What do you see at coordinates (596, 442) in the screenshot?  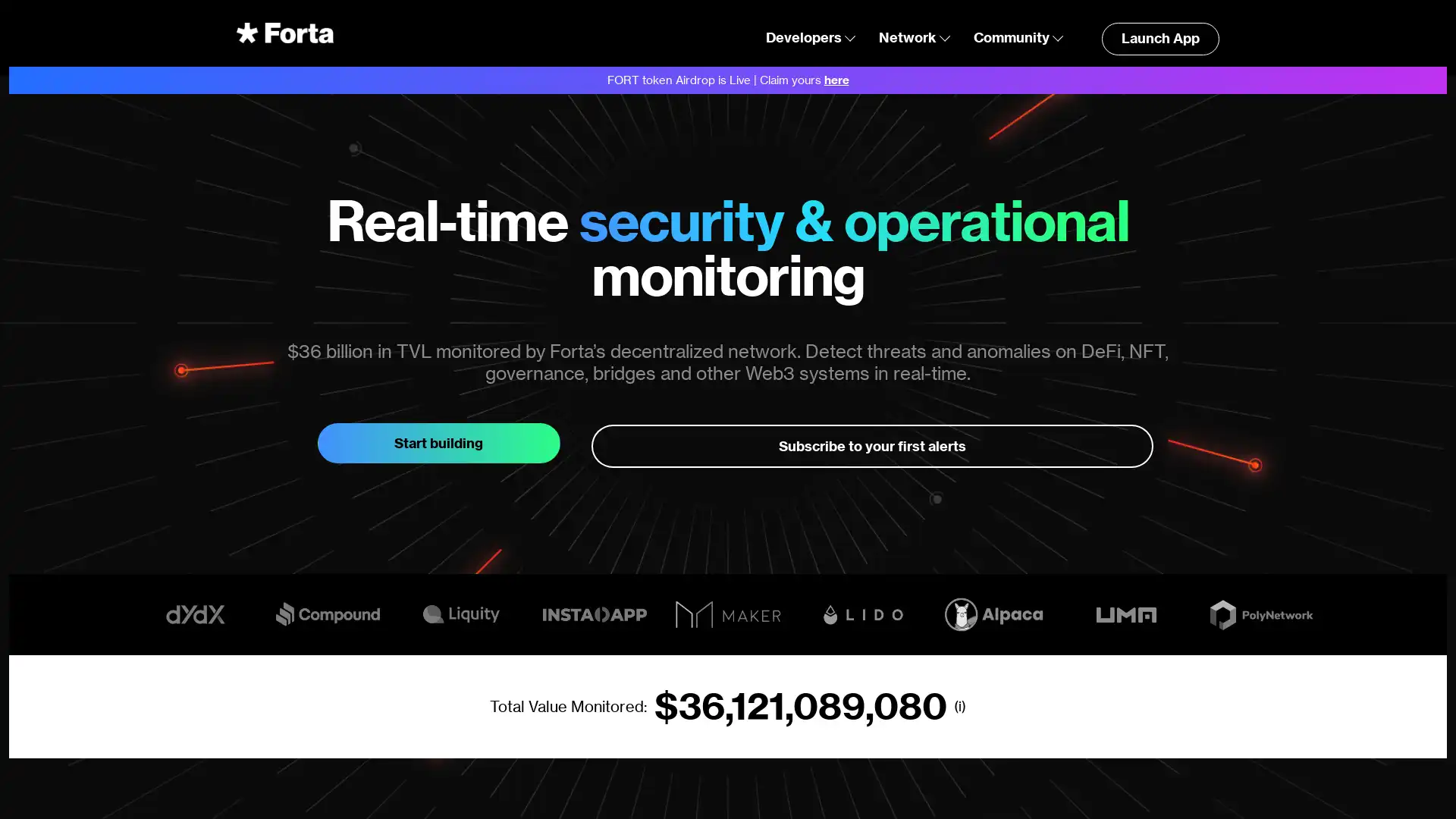 I see `Start building` at bounding box center [596, 442].